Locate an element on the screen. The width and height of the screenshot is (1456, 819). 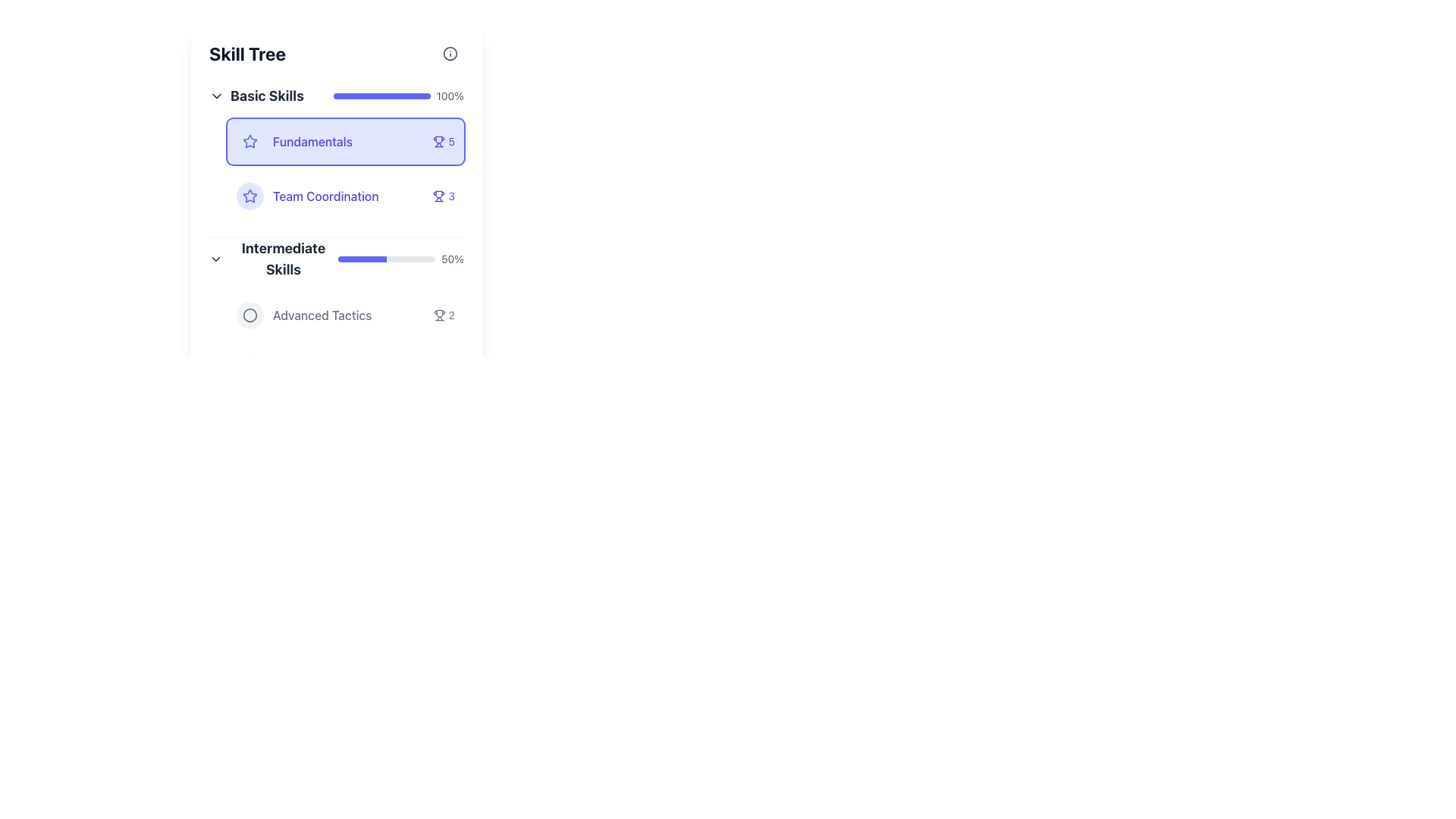
the right-pointing chevron icon located immediately to the left of the 'Basic Skills' text in the 'Skill Tree' UI section is located at coordinates (216, 96).